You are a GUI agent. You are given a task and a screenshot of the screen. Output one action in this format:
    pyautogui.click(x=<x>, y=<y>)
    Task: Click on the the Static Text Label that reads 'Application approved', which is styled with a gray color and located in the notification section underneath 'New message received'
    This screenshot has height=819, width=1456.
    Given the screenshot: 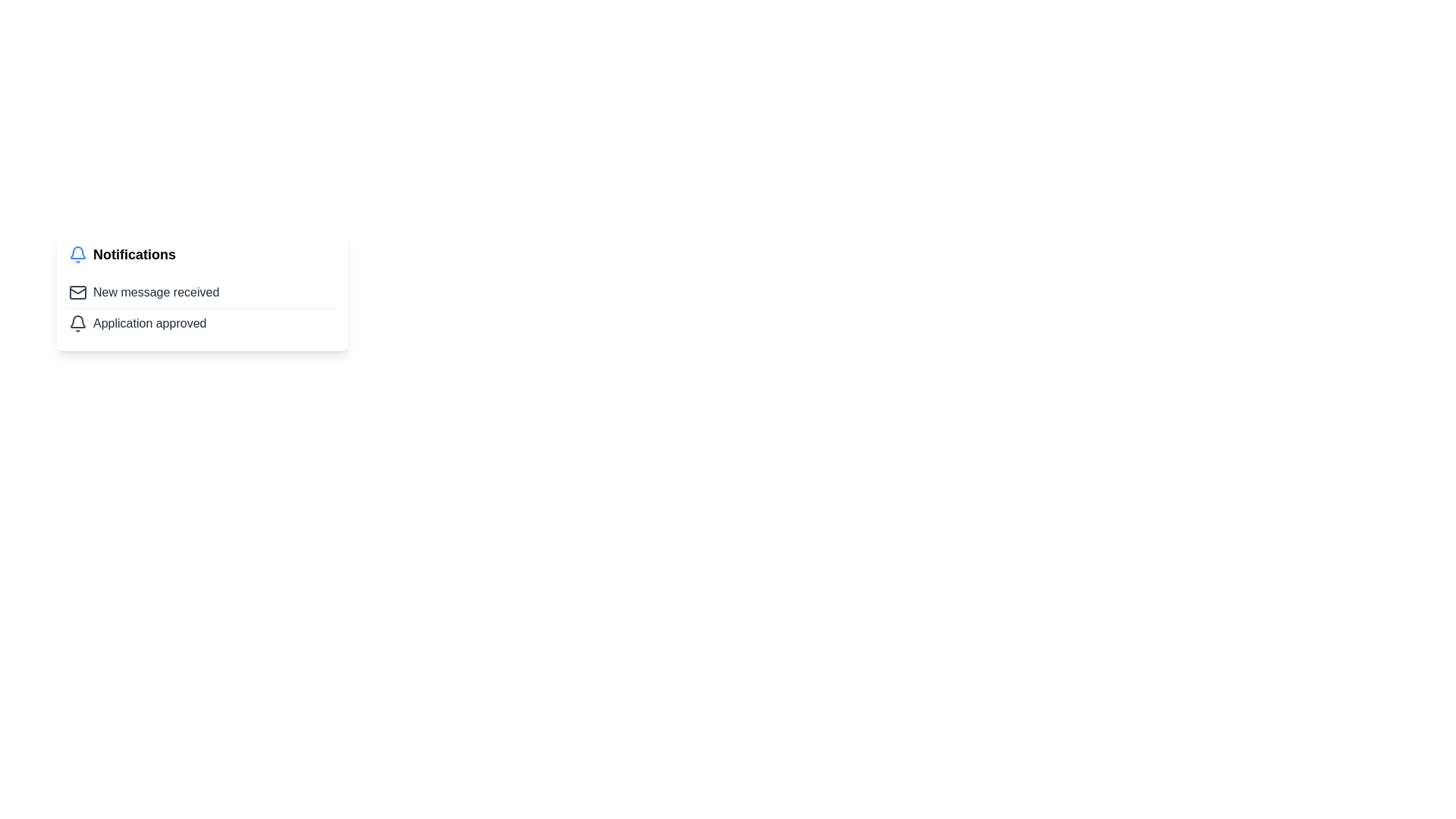 What is the action you would take?
    pyautogui.click(x=149, y=323)
    